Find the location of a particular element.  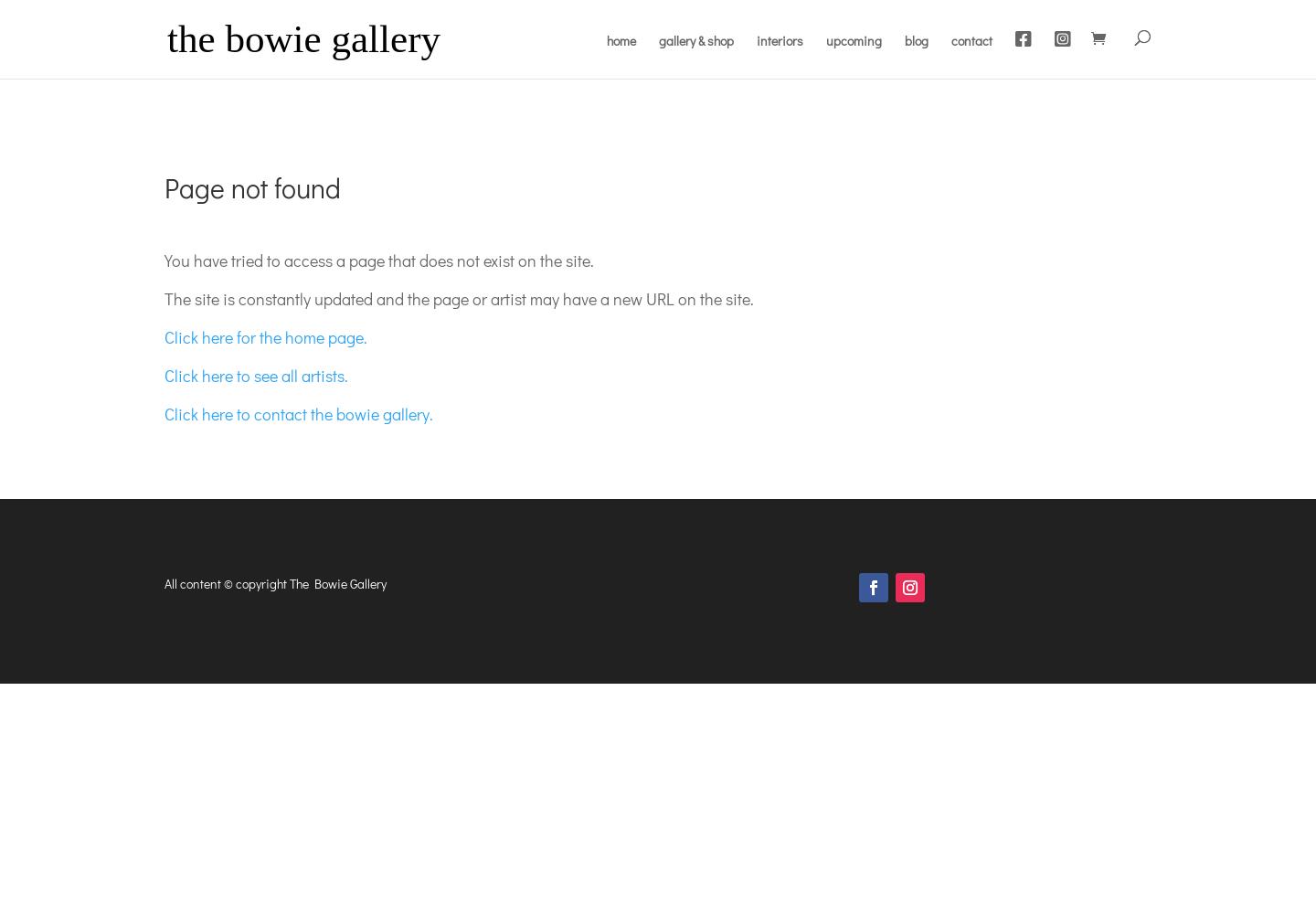

'interiors' is located at coordinates (756, 40).